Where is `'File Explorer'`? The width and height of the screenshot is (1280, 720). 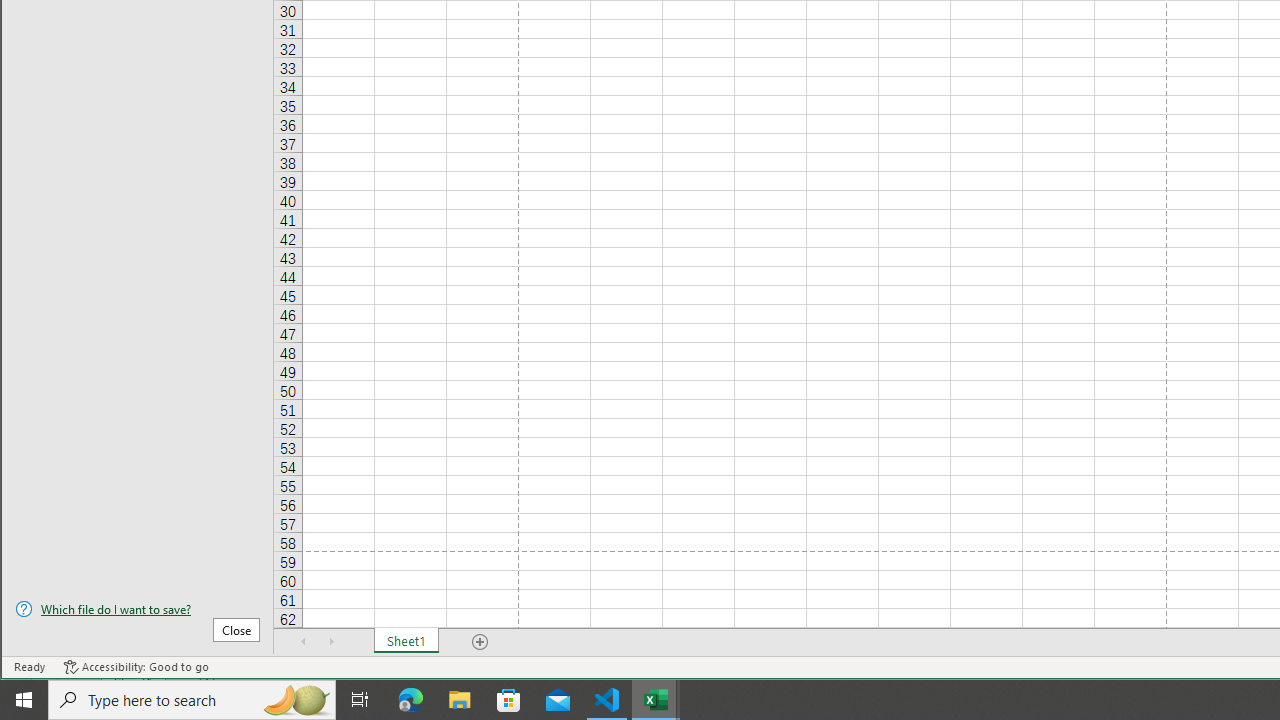 'File Explorer' is located at coordinates (459, 698).